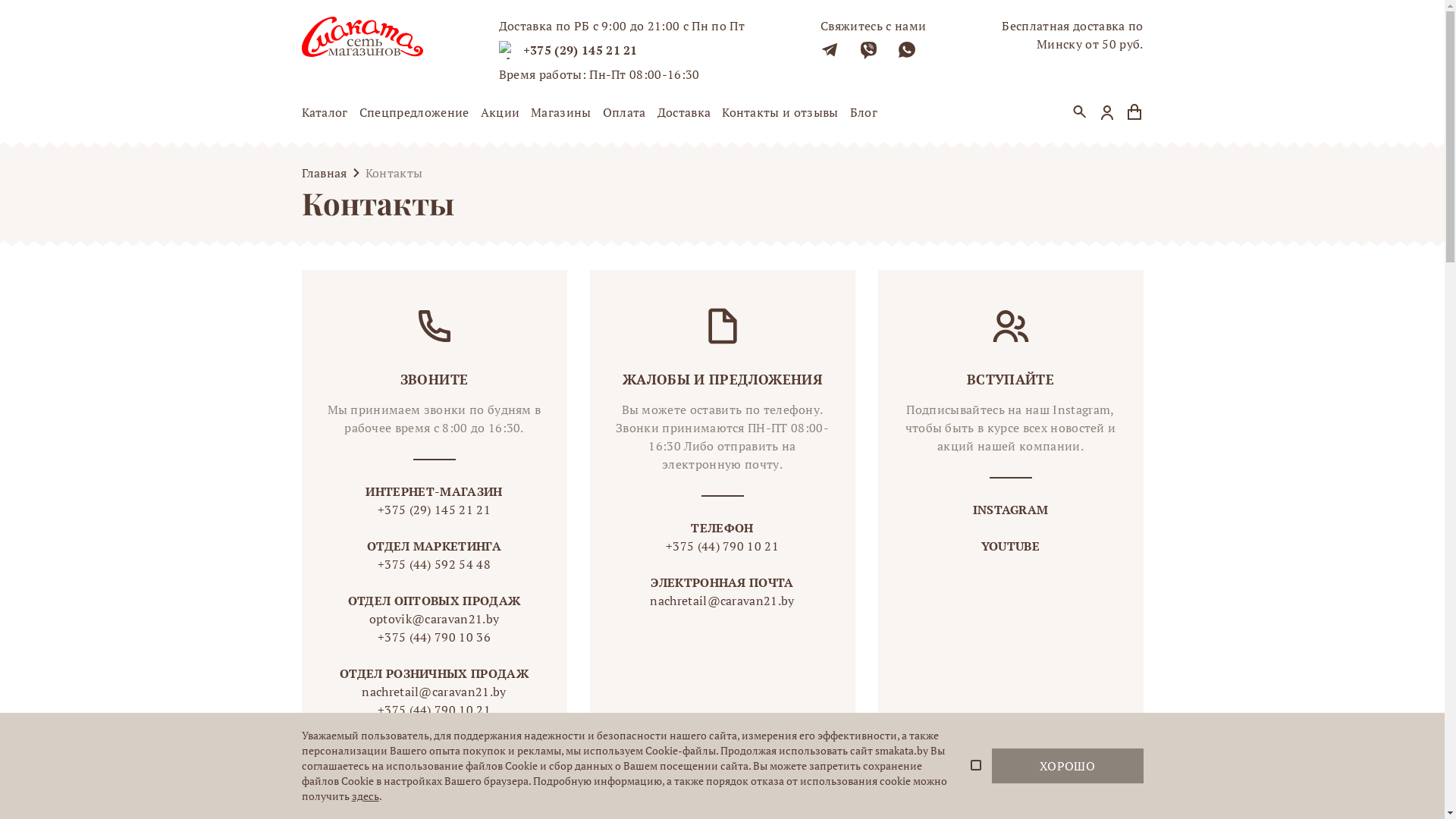 The height and width of the screenshot is (819, 1456). Describe the element at coordinates (1010, 546) in the screenshot. I see `'YOUTUBE'` at that location.